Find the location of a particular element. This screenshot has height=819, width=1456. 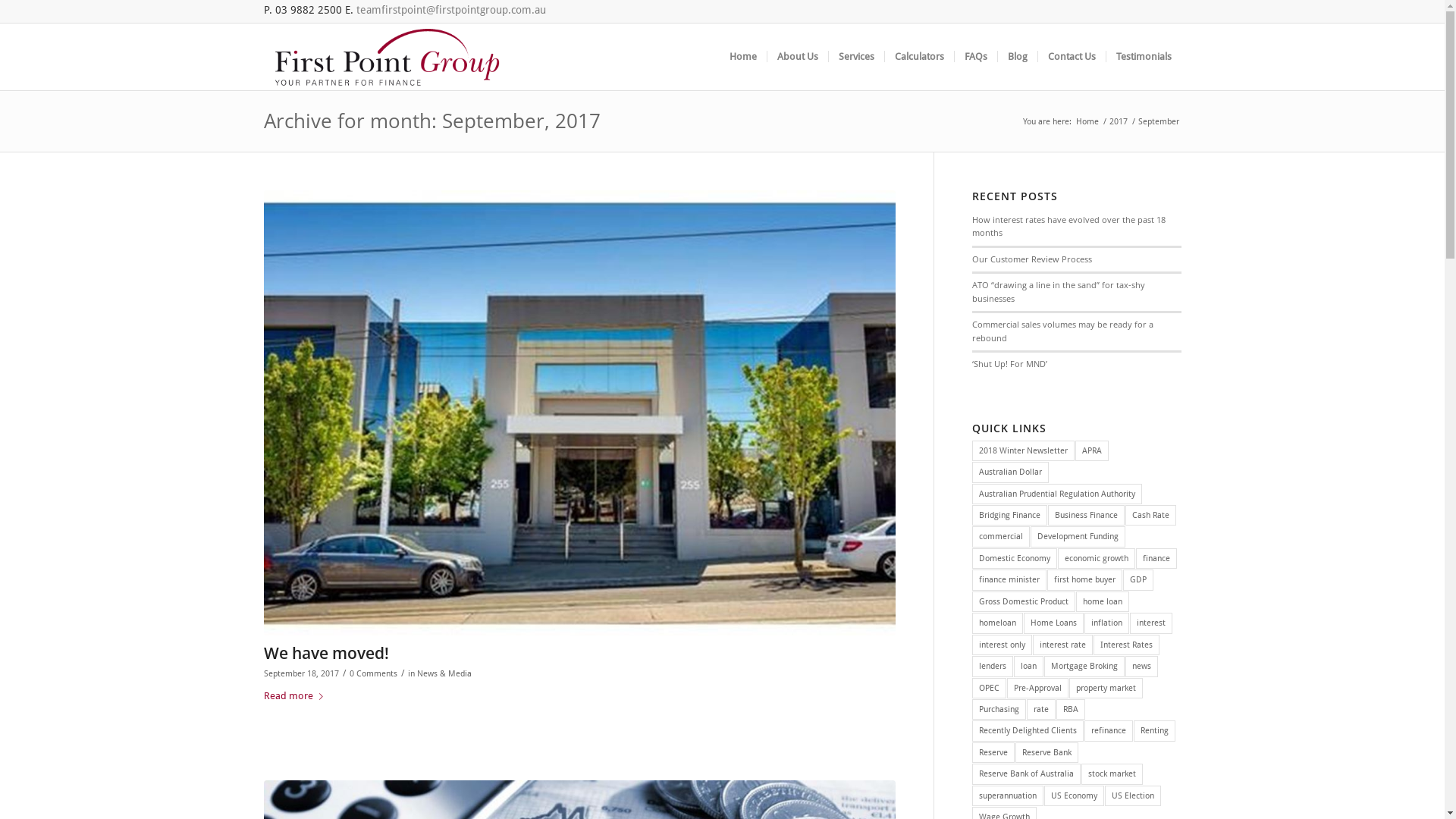

'teamfirstpoint@firstpointgroup.com.au' is located at coordinates (356, 9).